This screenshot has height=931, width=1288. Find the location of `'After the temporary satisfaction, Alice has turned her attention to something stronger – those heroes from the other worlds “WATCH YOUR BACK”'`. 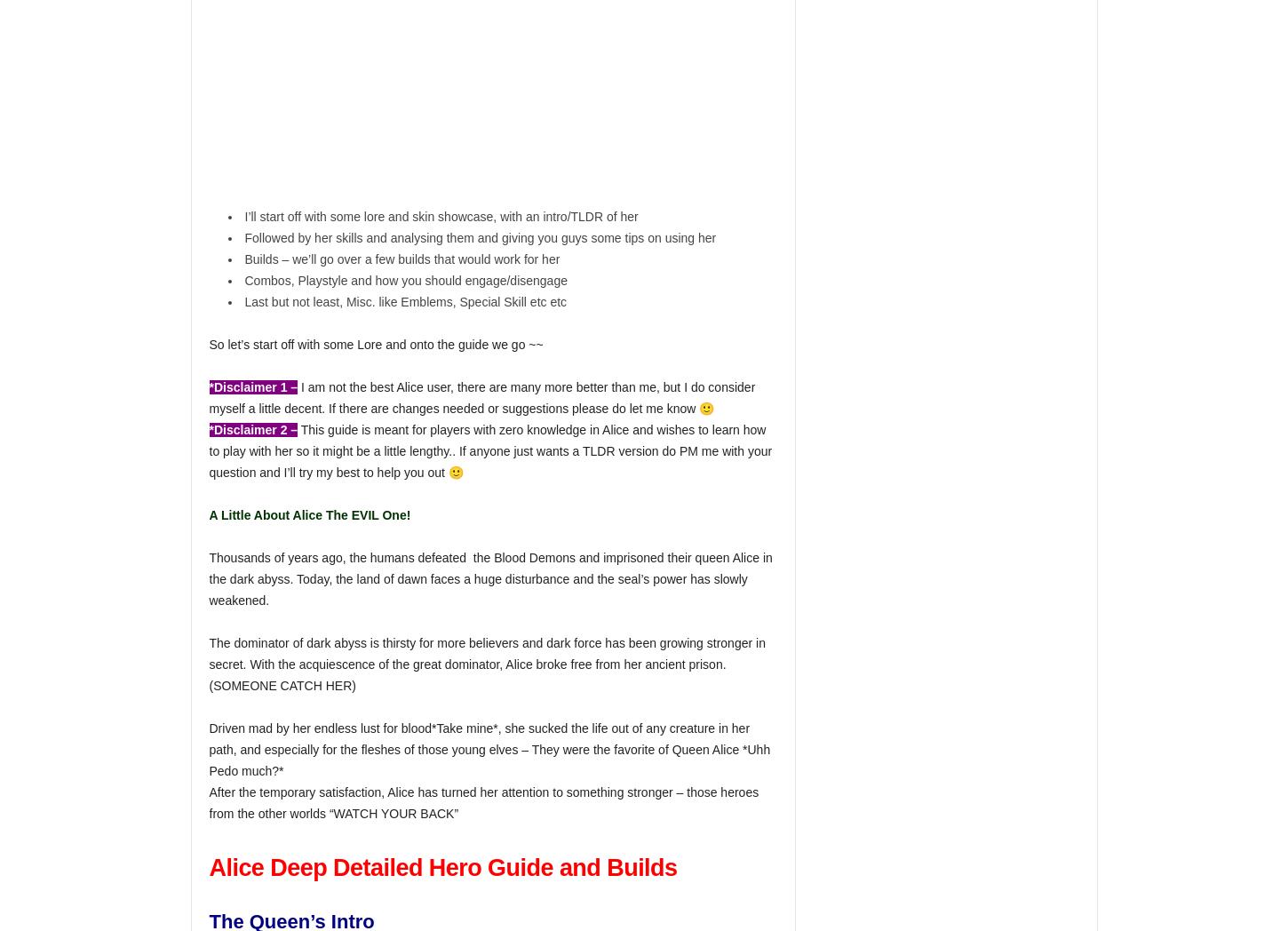

'After the temporary satisfaction, Alice has turned her attention to something stronger – those heroes from the other worlds “WATCH YOUR BACK”' is located at coordinates (483, 802).